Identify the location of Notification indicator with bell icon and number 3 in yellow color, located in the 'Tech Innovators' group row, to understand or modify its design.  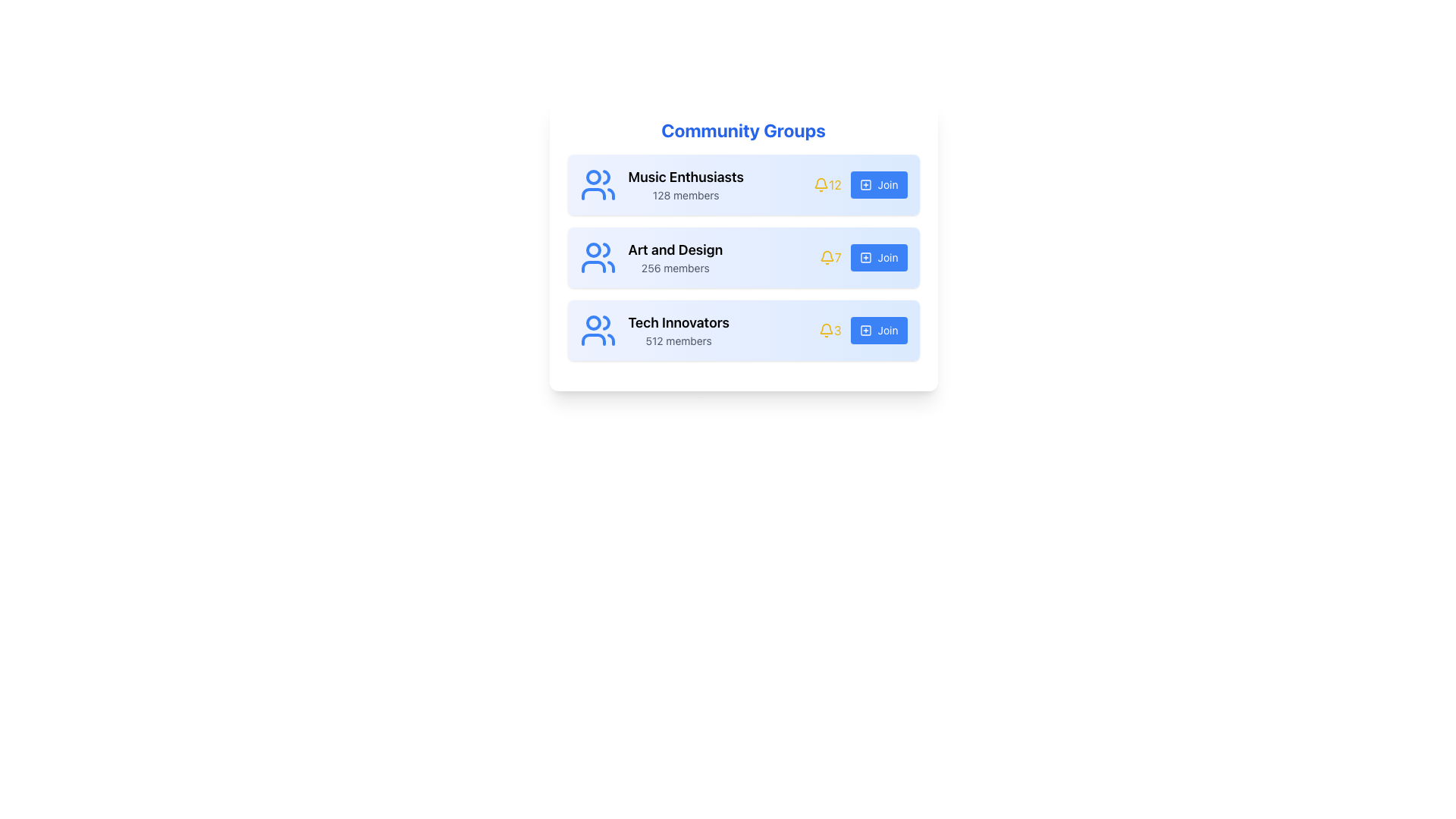
(829, 329).